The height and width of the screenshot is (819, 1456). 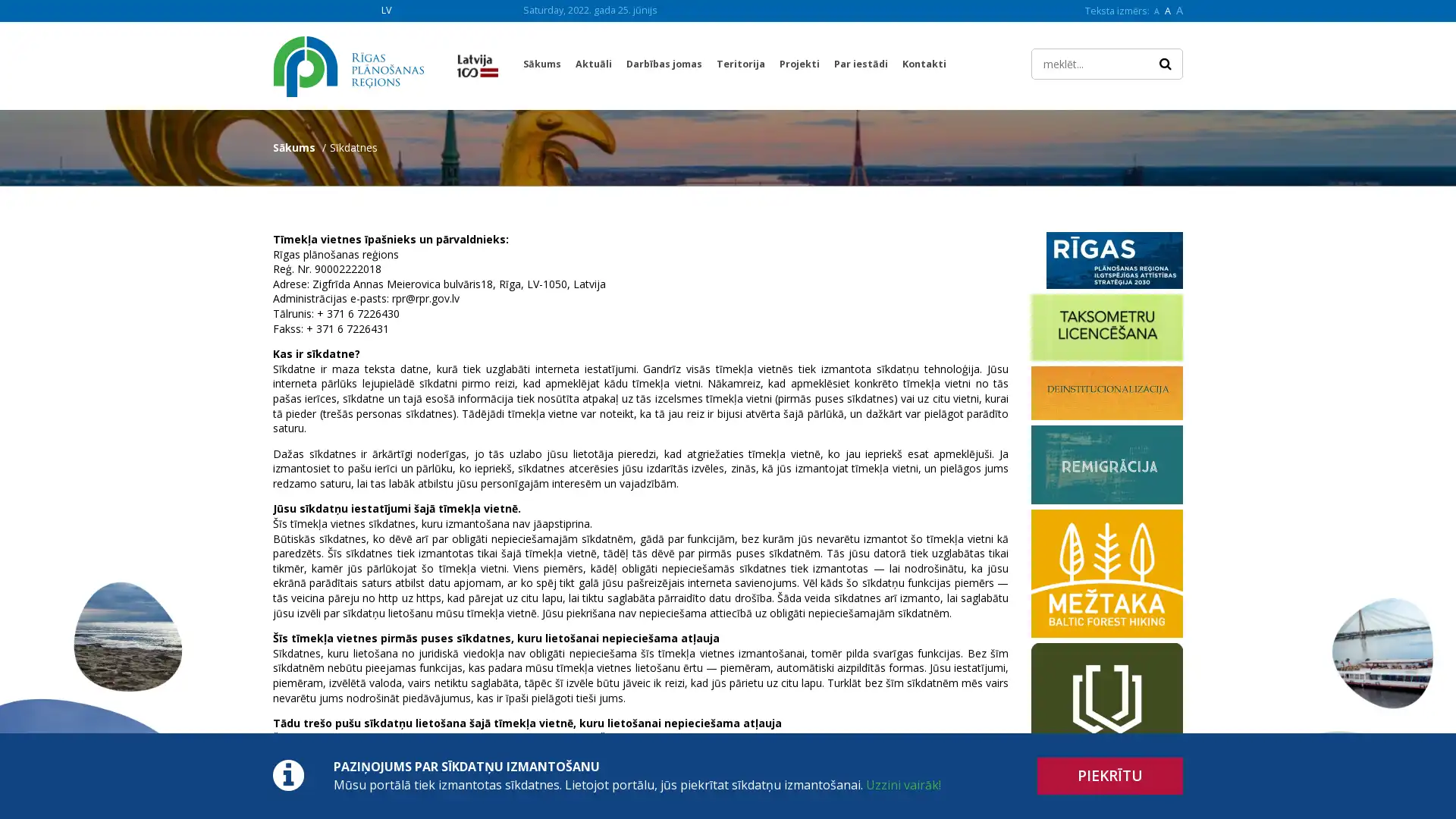 What do you see at coordinates (1110, 776) in the screenshot?
I see `PIEKRITU` at bounding box center [1110, 776].